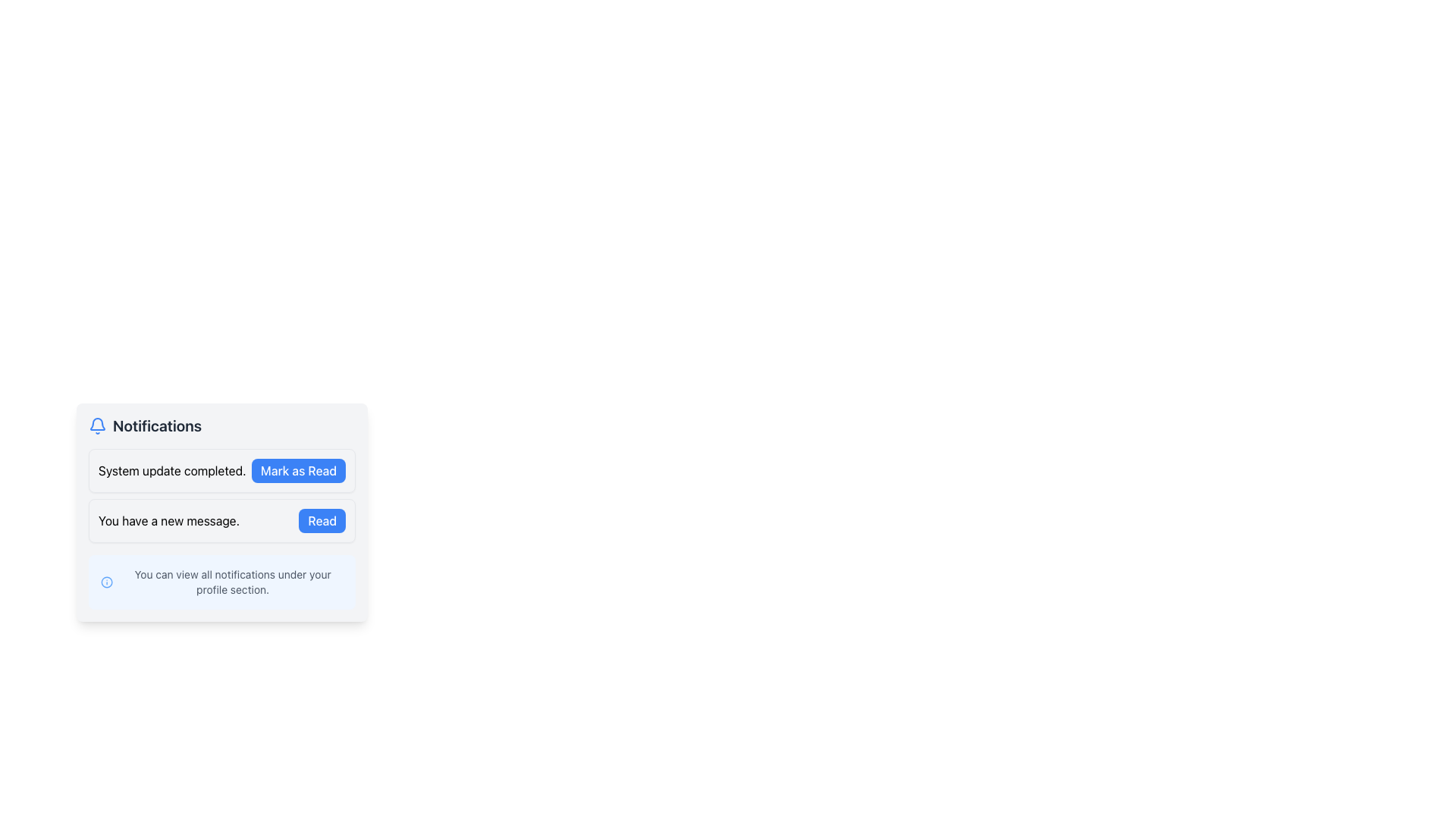  What do you see at coordinates (172, 470) in the screenshot?
I see `text displayed in the Text Label indicating that a system update has been completed, which is located in the first notification block below the 'Notifications' title and next to the 'Mark as Read' button` at bounding box center [172, 470].